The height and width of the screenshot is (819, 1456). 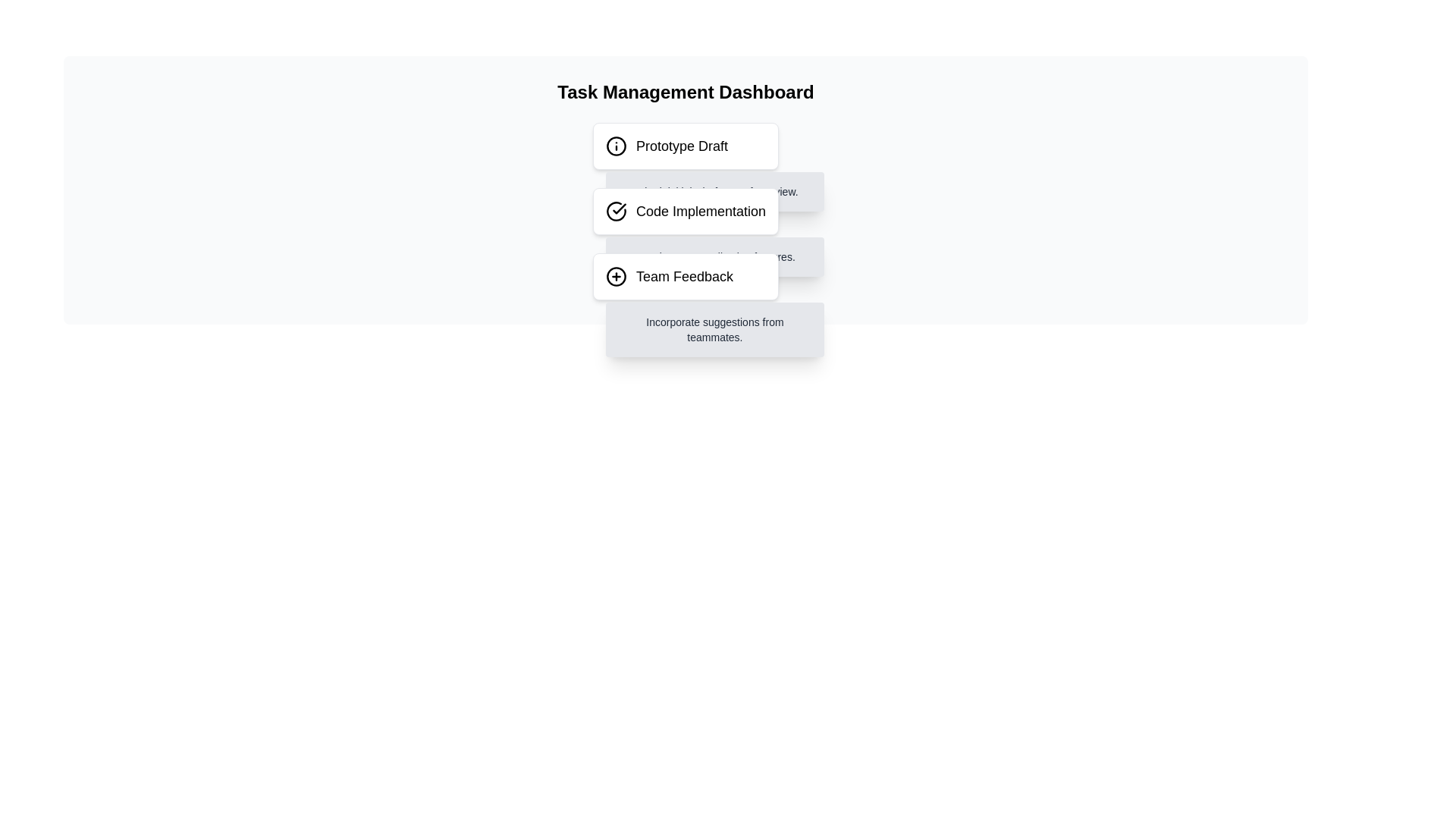 What do you see at coordinates (714, 191) in the screenshot?
I see `the informational Text Label located below the 'Code Implementation' item in the dropdown or popup box` at bounding box center [714, 191].